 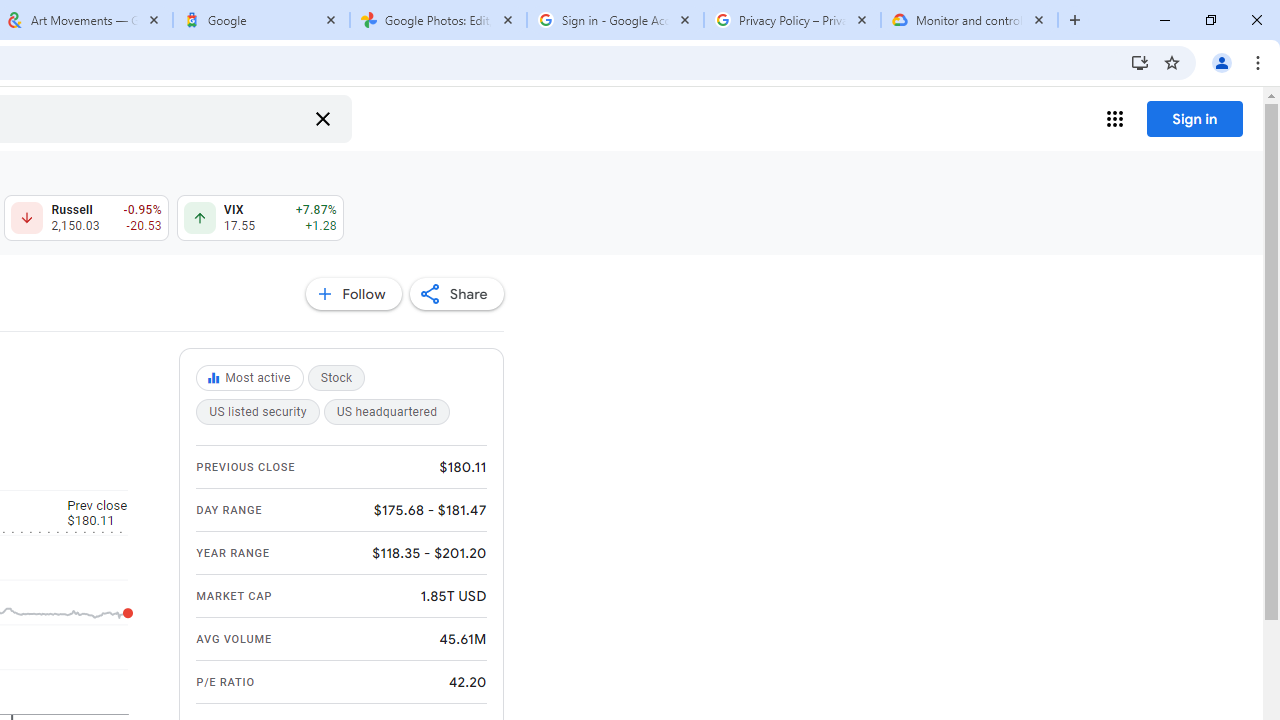 What do you see at coordinates (259, 218) in the screenshot?
I see `'VIX 17.55 Up by 7.87% +1.28'` at bounding box center [259, 218].